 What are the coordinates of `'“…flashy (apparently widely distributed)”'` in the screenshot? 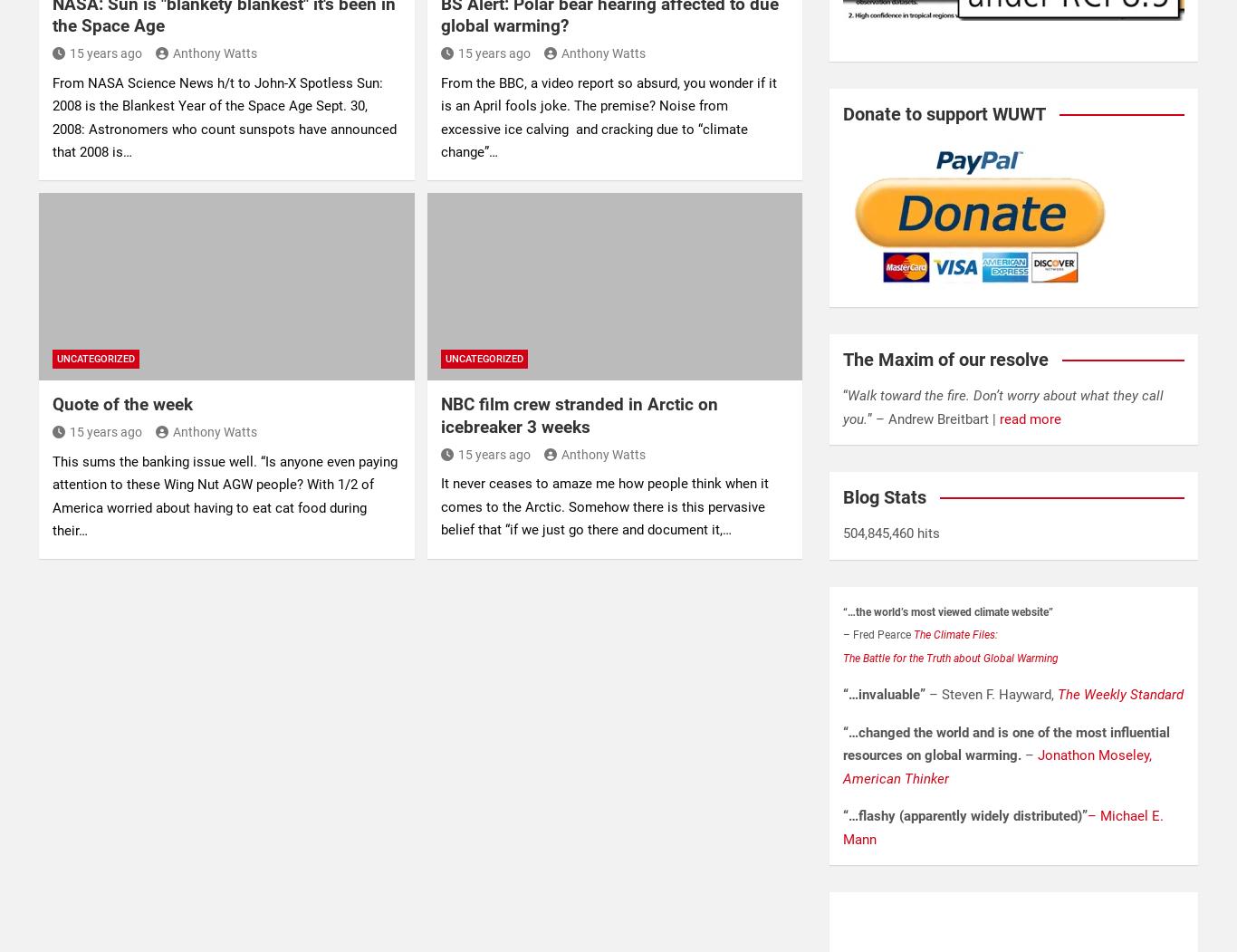 It's located at (964, 816).